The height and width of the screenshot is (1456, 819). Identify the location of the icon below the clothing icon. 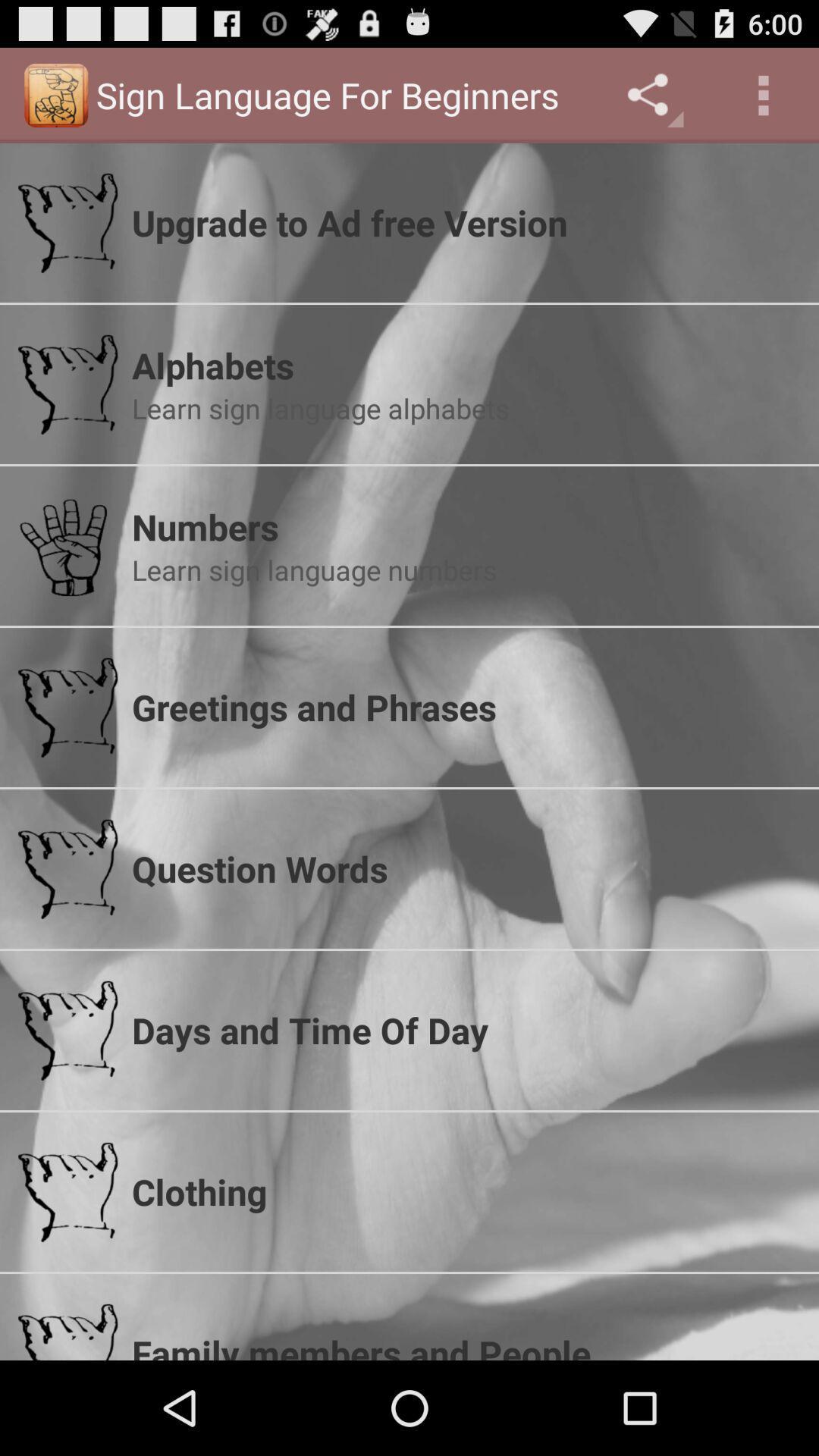
(465, 1345).